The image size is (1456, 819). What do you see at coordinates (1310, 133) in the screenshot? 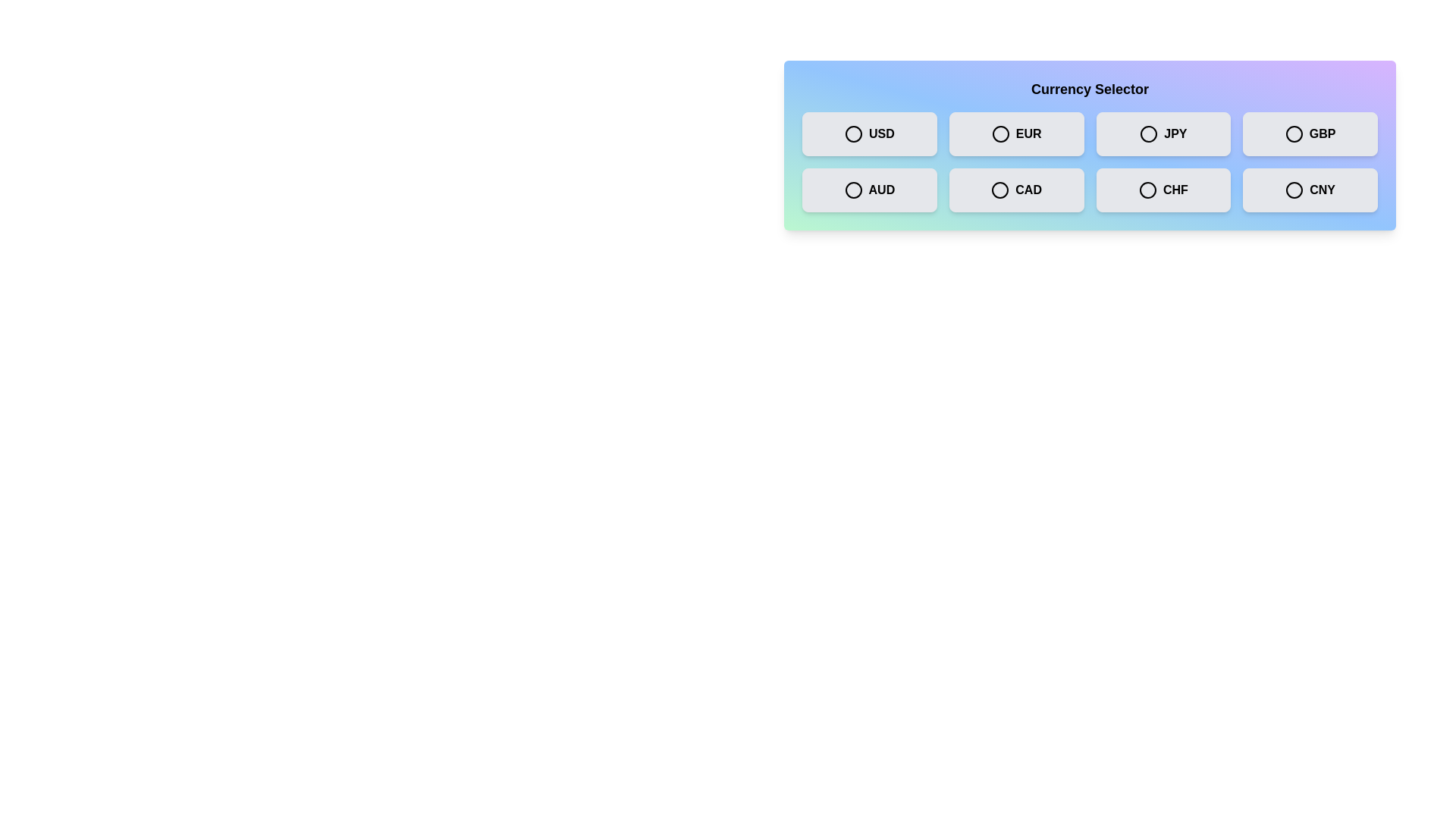
I see `the currency box labeled GBP to observe the hover effect` at bounding box center [1310, 133].